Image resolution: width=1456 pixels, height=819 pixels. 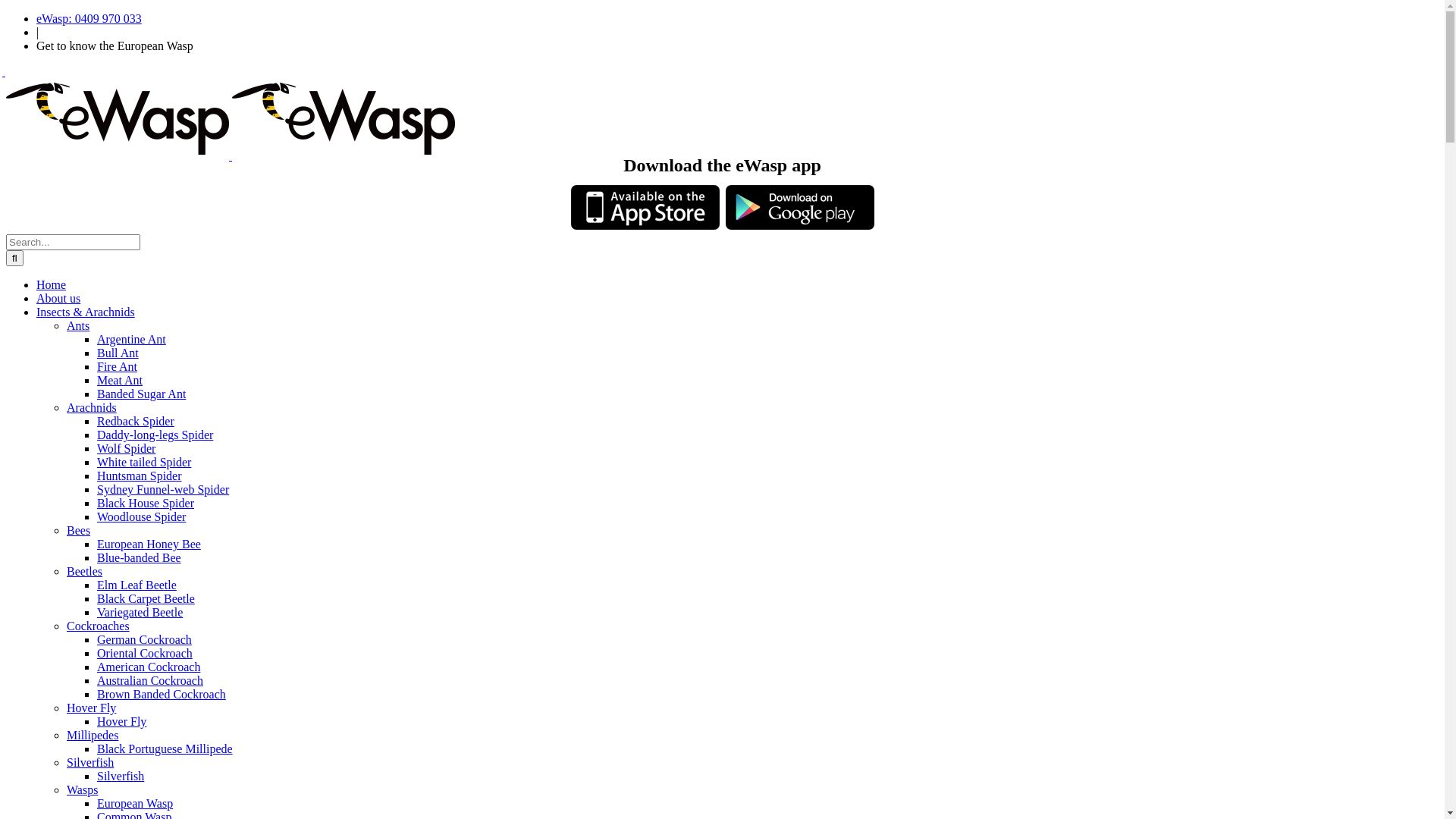 I want to click on 'Beetles', so click(x=83, y=571).